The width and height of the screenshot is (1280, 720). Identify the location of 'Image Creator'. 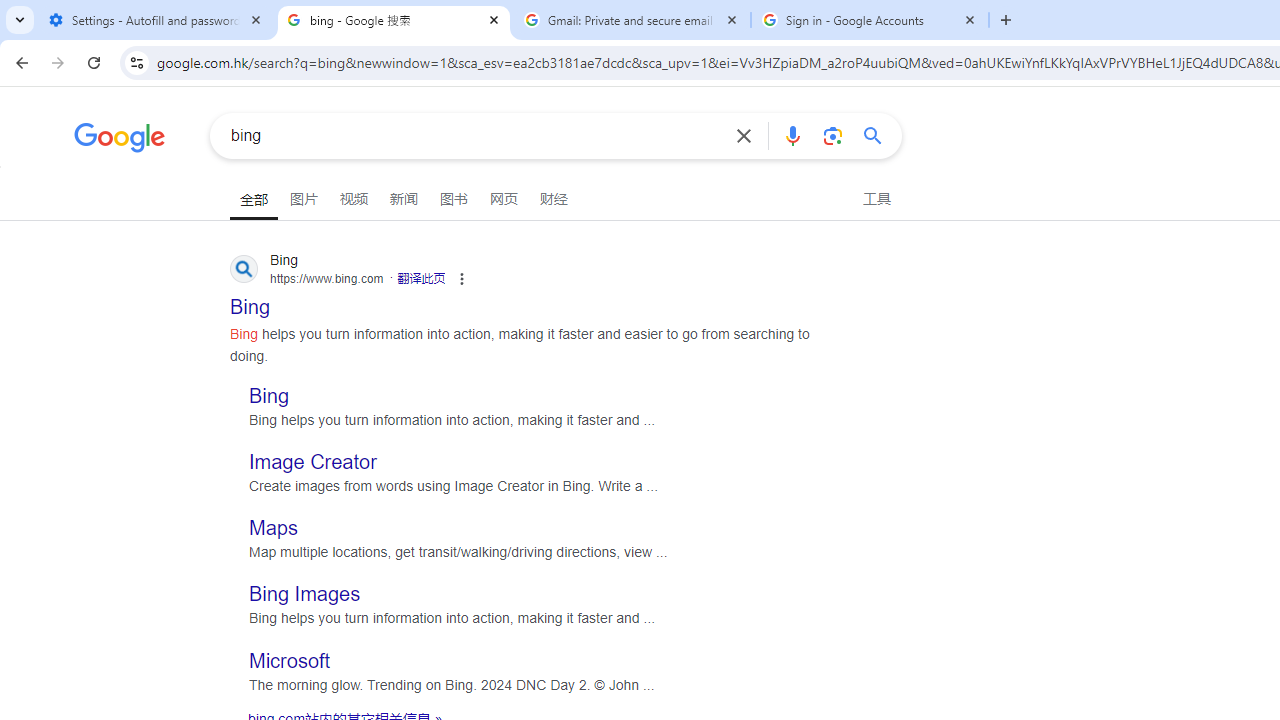
(312, 462).